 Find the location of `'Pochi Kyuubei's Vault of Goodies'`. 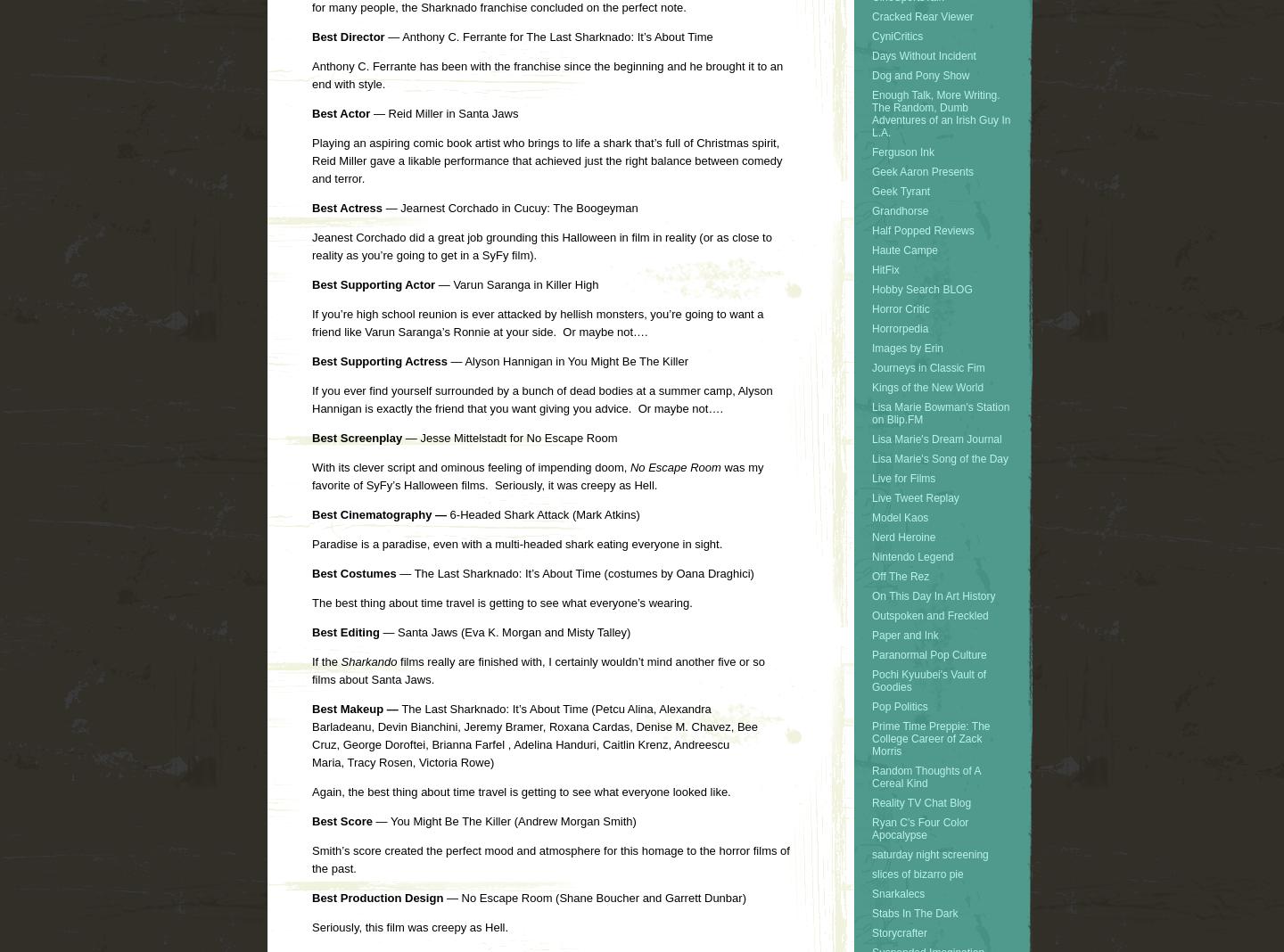

'Pochi Kyuubei's Vault of Goodies' is located at coordinates (928, 681).